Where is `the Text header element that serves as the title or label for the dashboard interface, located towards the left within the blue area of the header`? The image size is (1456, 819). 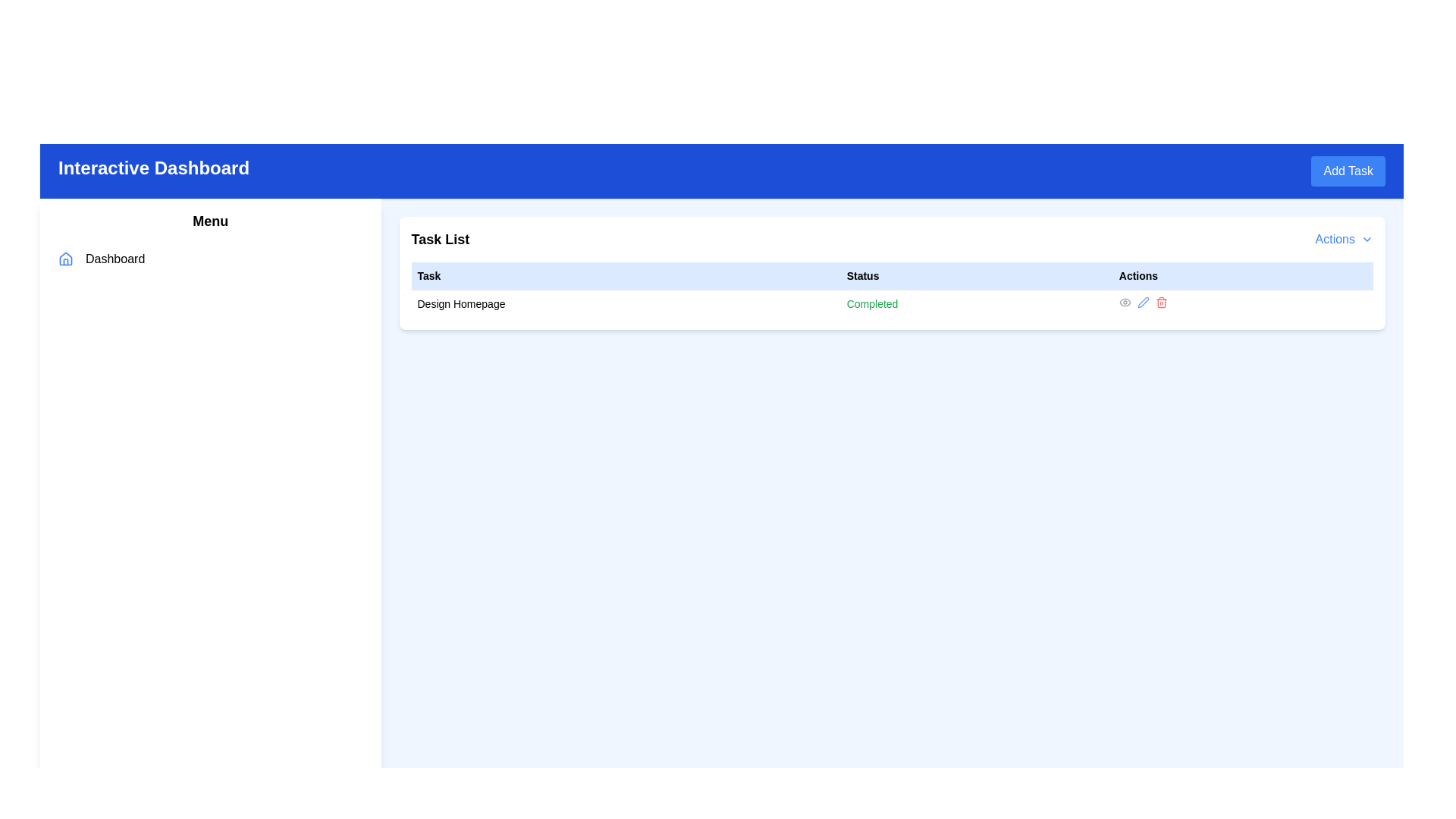 the Text header element that serves as the title or label for the dashboard interface, located towards the left within the blue area of the header is located at coordinates (154, 171).